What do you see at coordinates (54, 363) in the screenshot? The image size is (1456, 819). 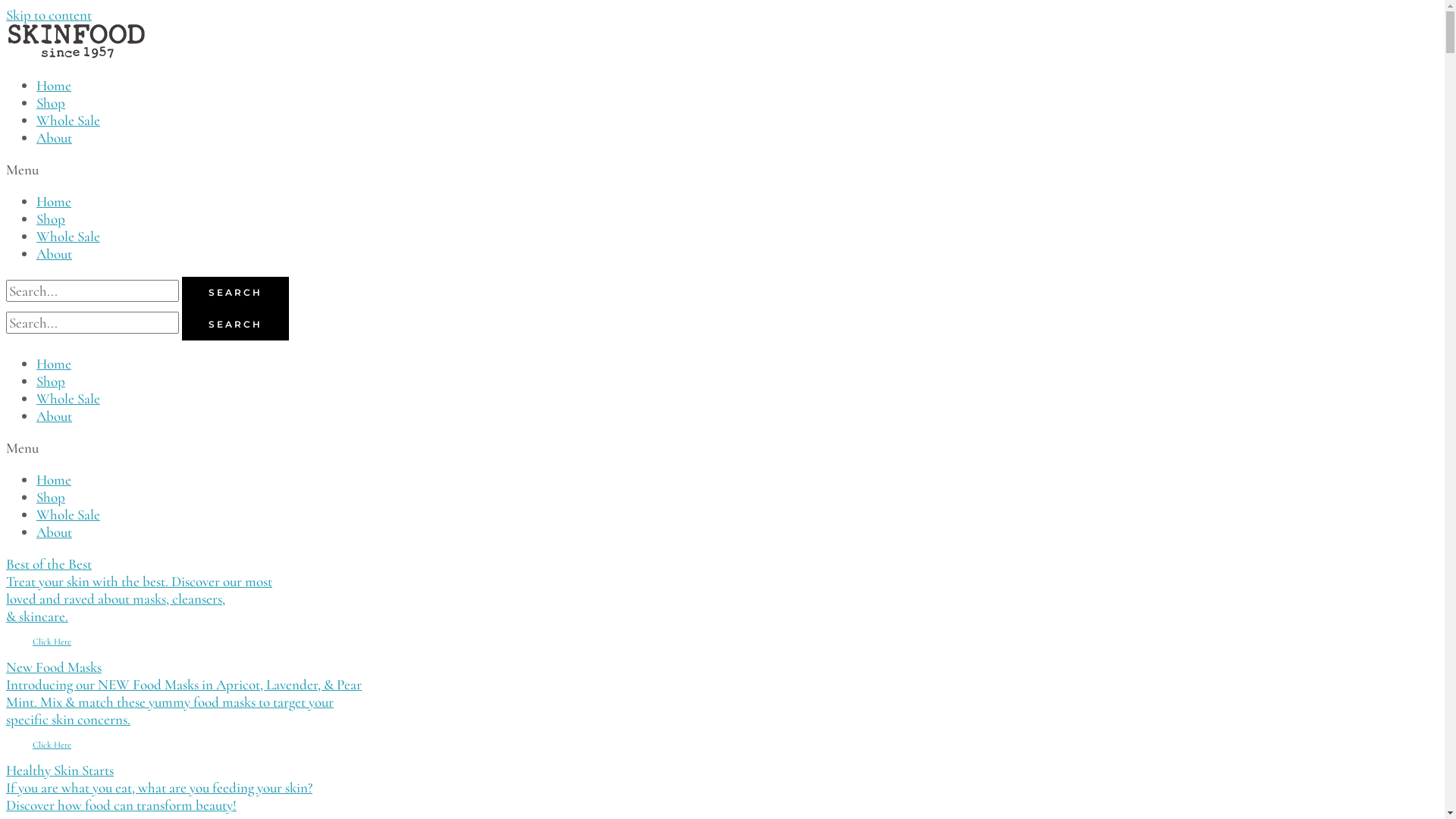 I see `'Home'` at bounding box center [54, 363].